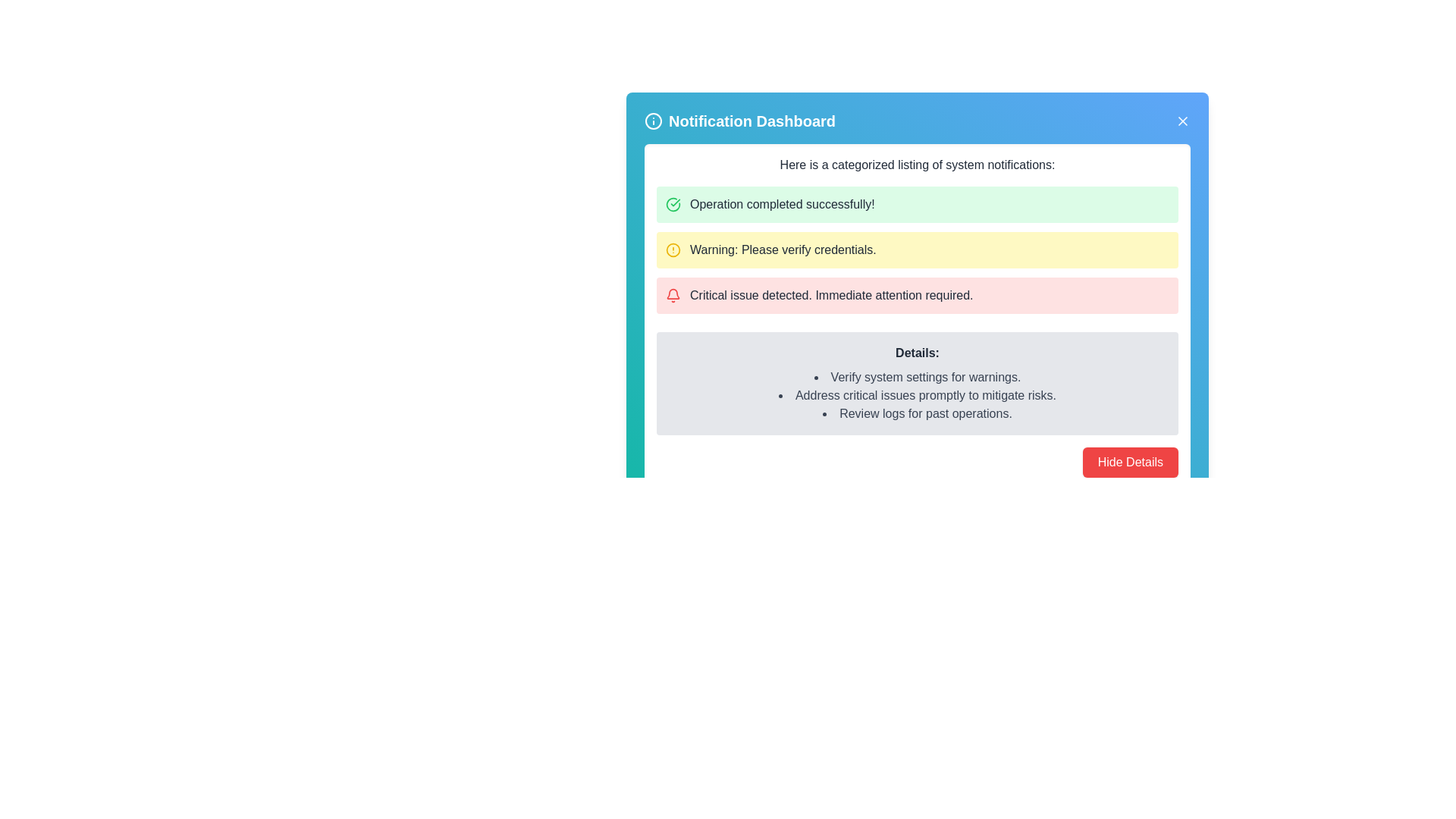  Describe the element at coordinates (916, 414) in the screenshot. I see `the text item that reads 'Review logs for past operations.' in the bulleted list under the label 'Details:'` at that location.